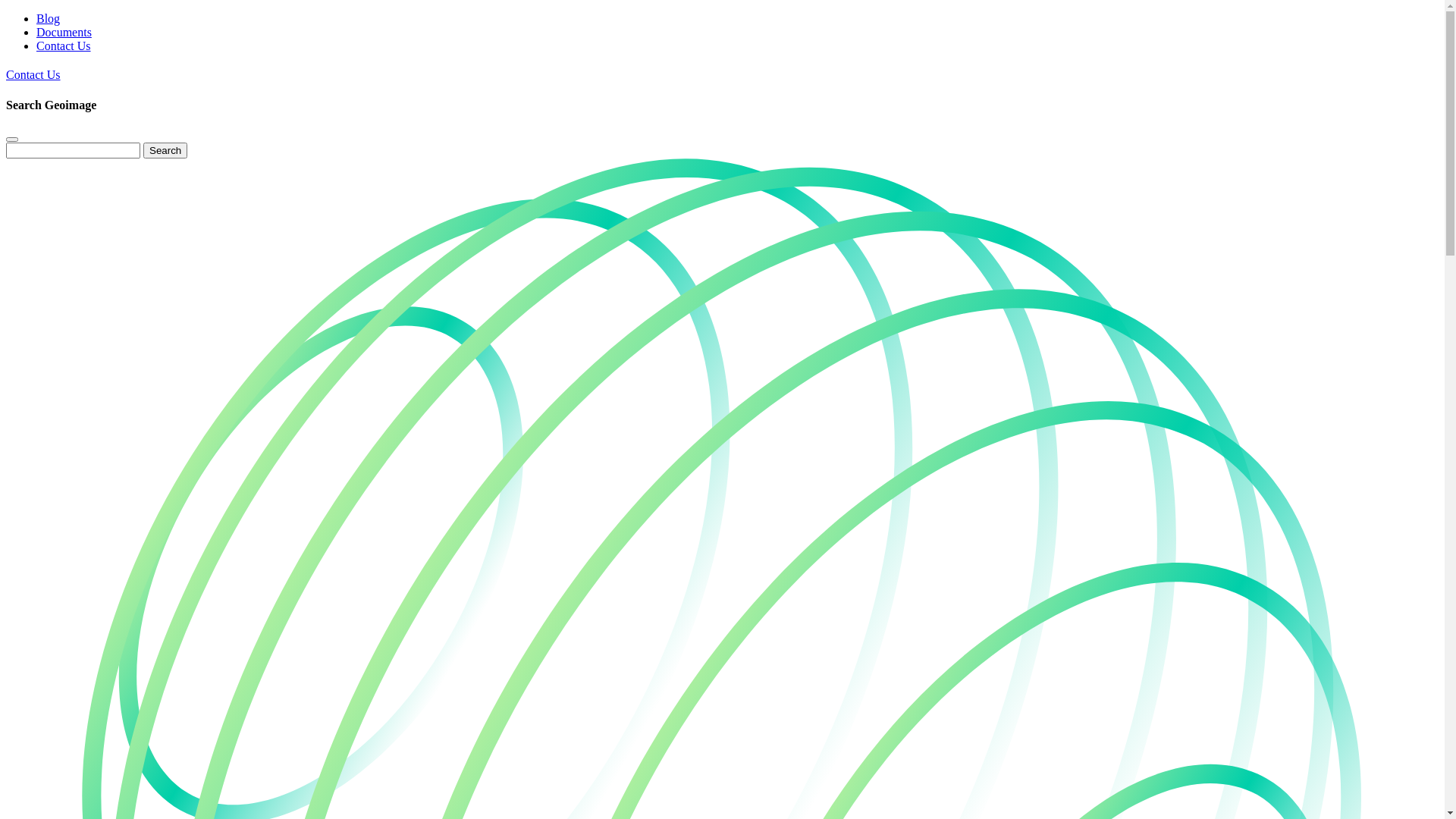 Image resolution: width=1456 pixels, height=819 pixels. What do you see at coordinates (165, 150) in the screenshot?
I see `'Search'` at bounding box center [165, 150].